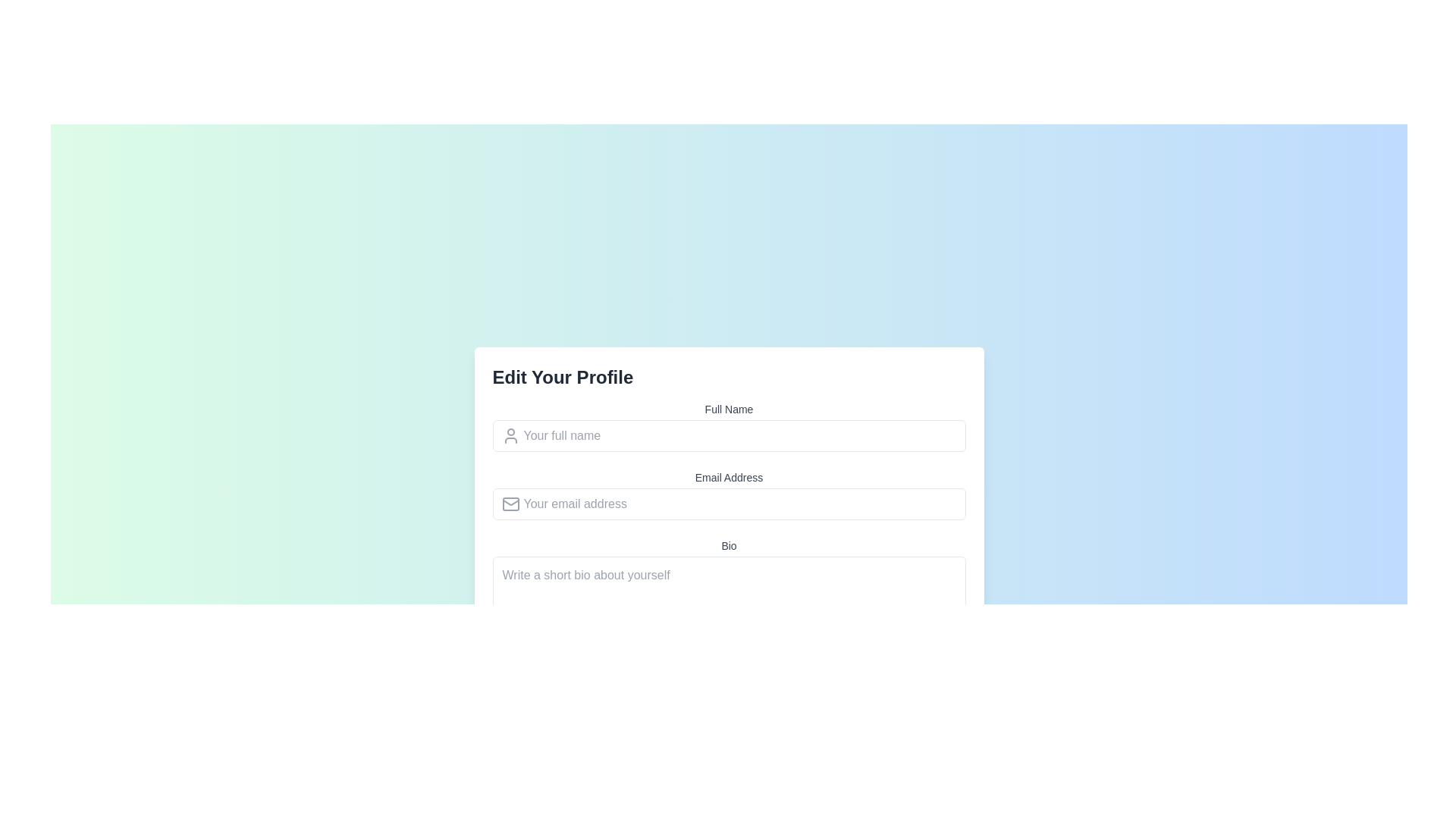  What do you see at coordinates (562, 376) in the screenshot?
I see `the static text header located in the upper left corner of the form, which serves as a heading for the user to understand the purpose of the form below` at bounding box center [562, 376].